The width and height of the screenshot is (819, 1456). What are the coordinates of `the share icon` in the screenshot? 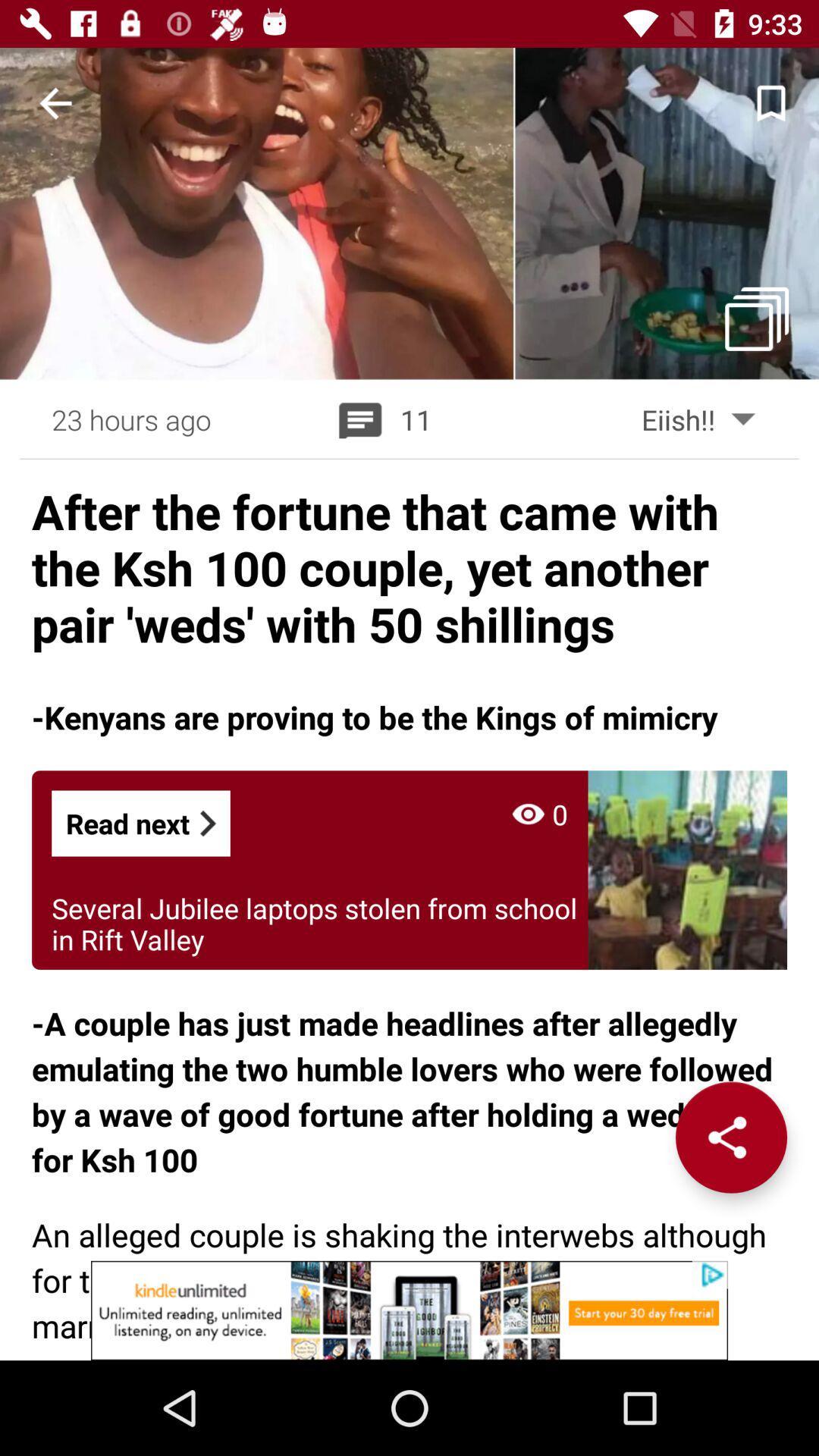 It's located at (730, 1137).